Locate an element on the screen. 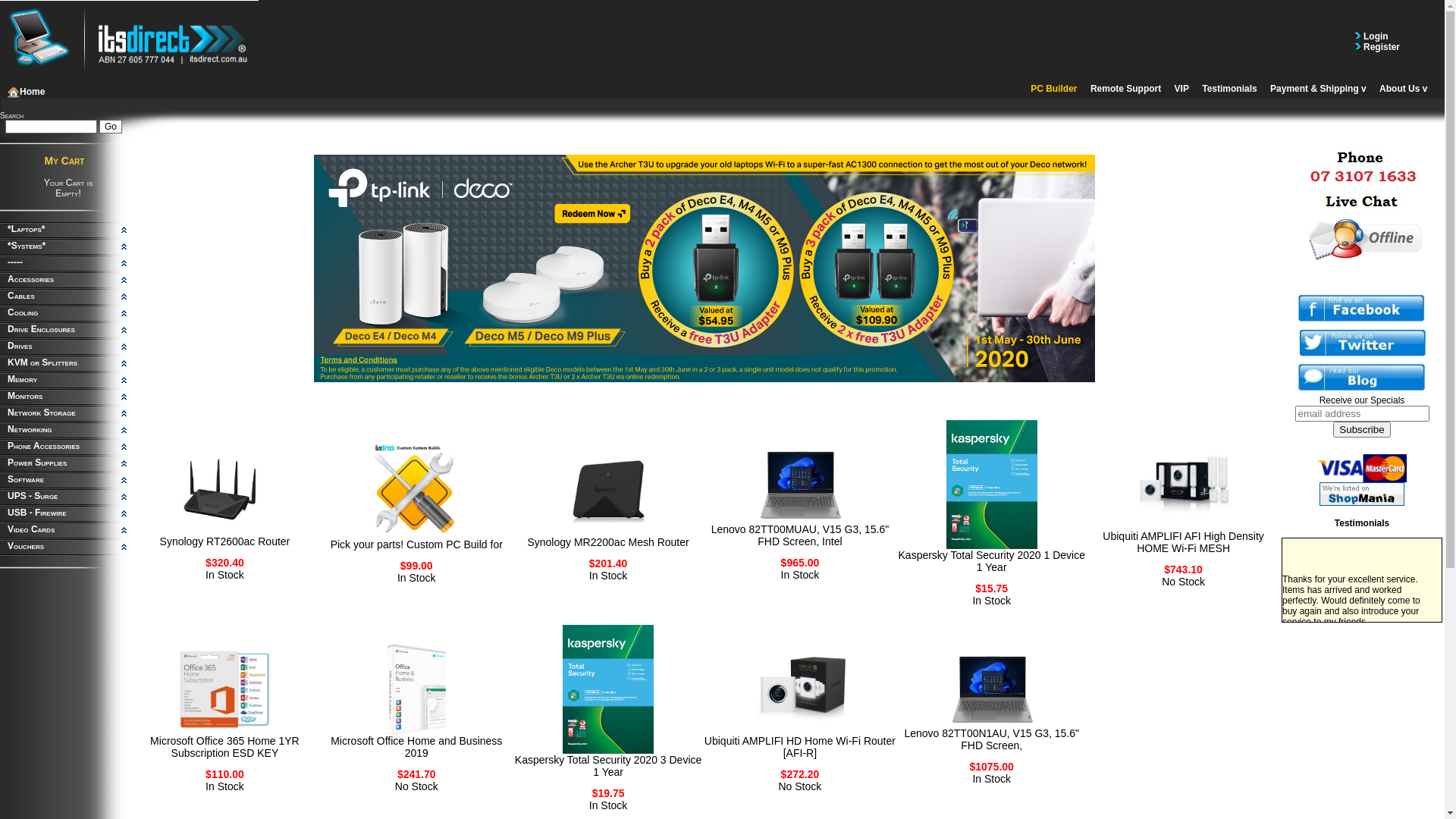  'Home' is located at coordinates (26, 91).